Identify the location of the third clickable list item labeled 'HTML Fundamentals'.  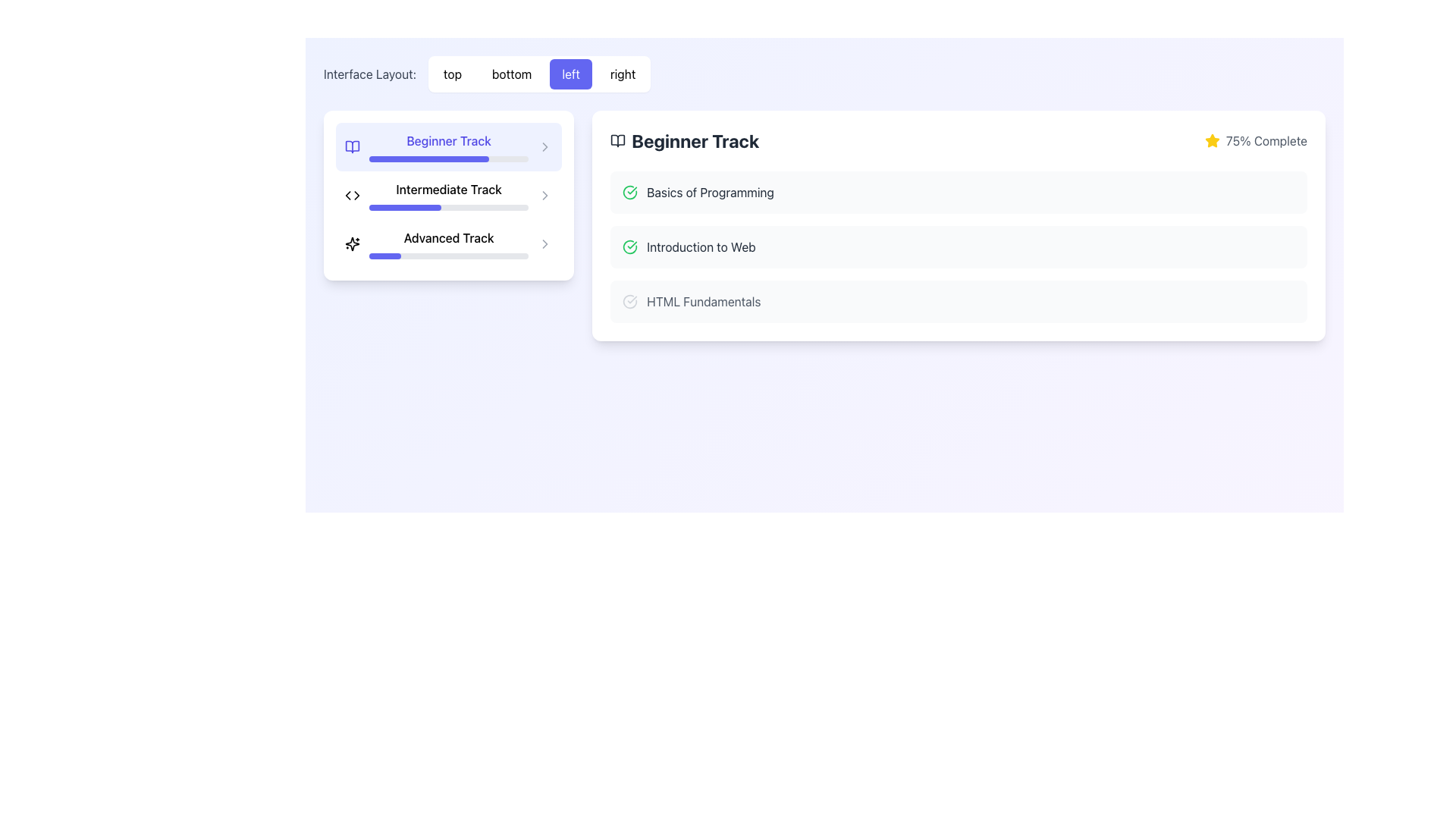
(958, 301).